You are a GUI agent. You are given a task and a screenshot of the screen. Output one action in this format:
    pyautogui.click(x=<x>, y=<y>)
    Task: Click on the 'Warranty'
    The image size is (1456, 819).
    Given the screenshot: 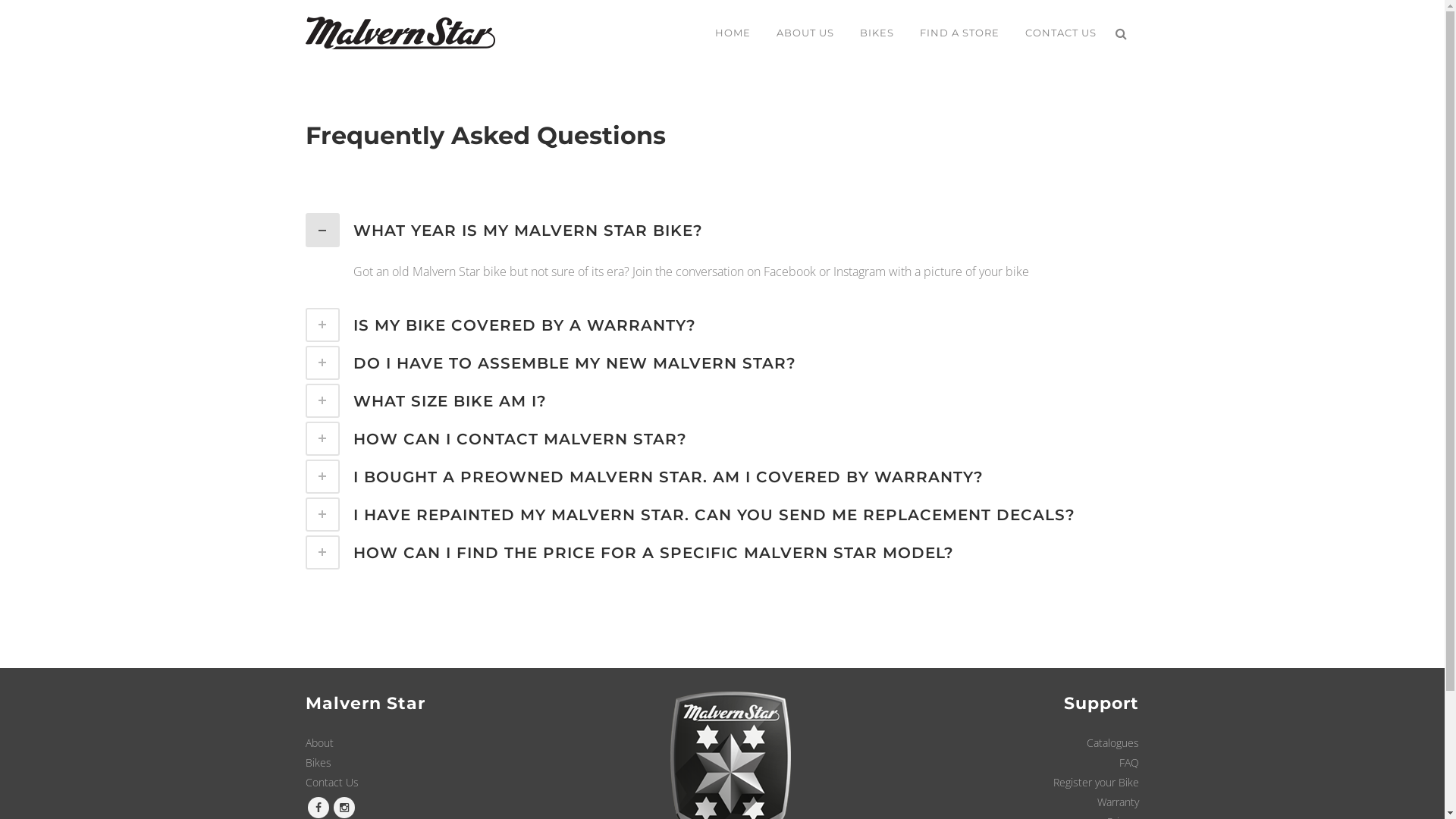 What is the action you would take?
    pyautogui.click(x=1097, y=801)
    